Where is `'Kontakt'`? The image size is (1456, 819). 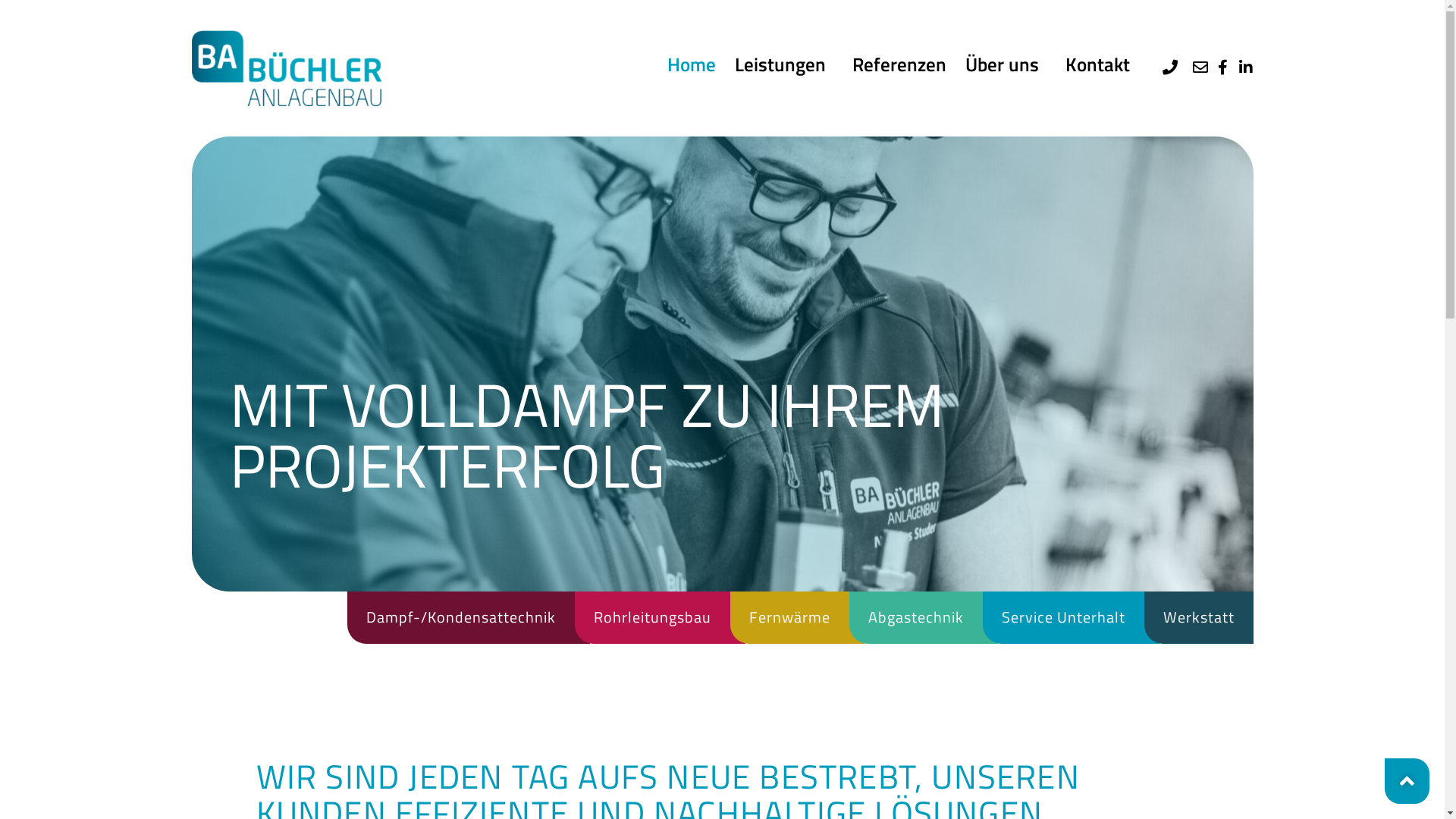 'Kontakt' is located at coordinates (1097, 64).